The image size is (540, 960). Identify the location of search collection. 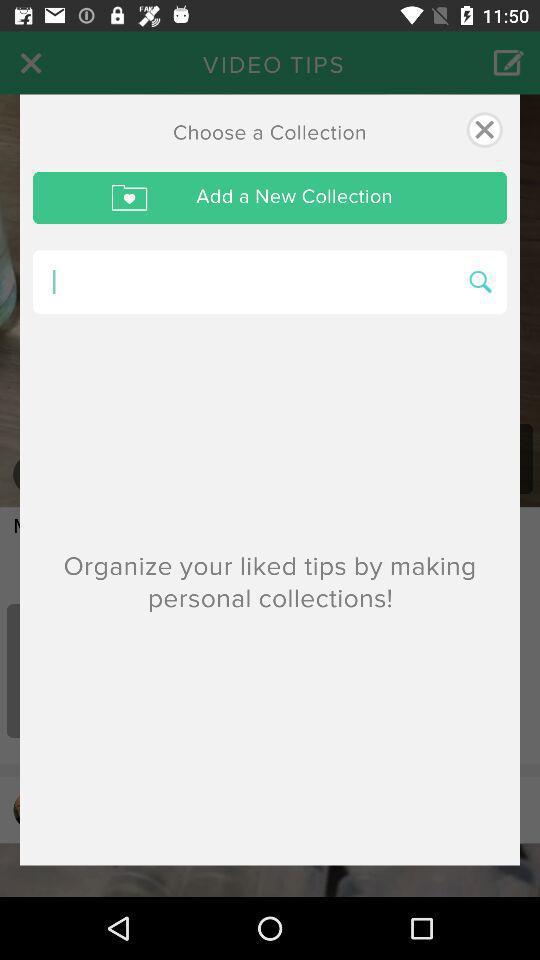
(243, 281).